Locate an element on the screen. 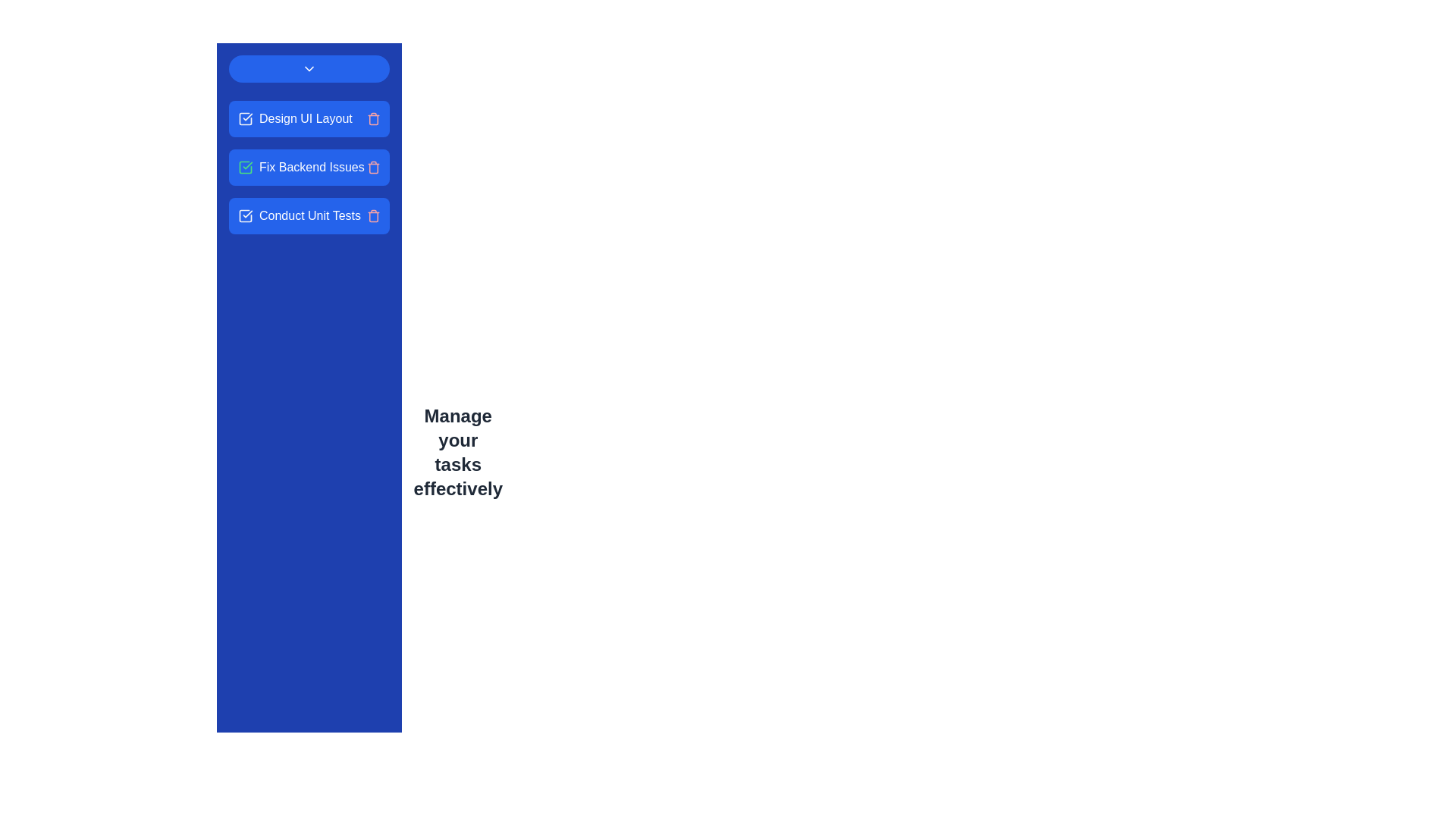 The width and height of the screenshot is (1456, 819). the 'Fix Backend Issues' button is located at coordinates (308, 167).